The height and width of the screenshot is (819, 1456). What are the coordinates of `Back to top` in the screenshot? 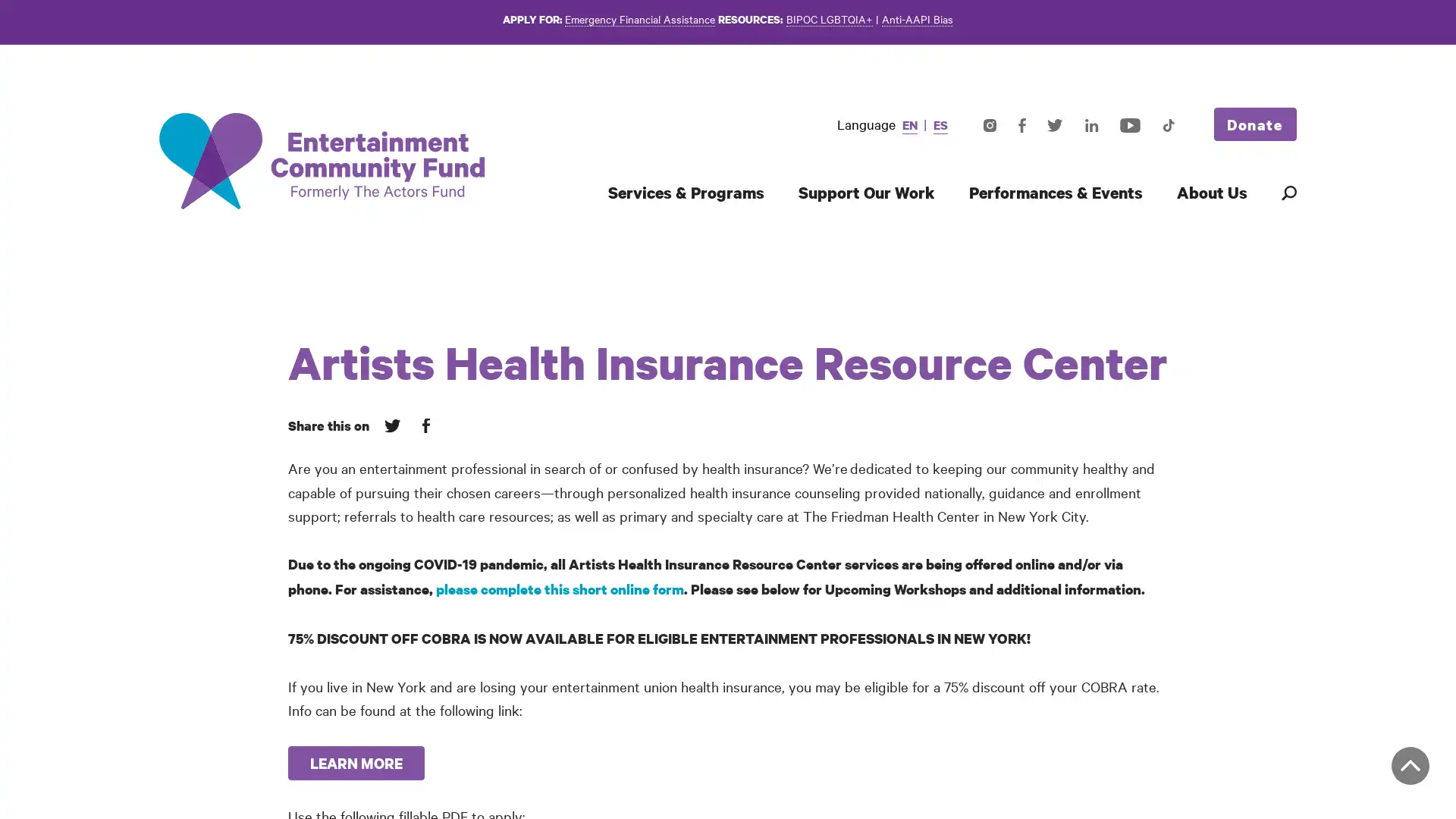 It's located at (1410, 766).